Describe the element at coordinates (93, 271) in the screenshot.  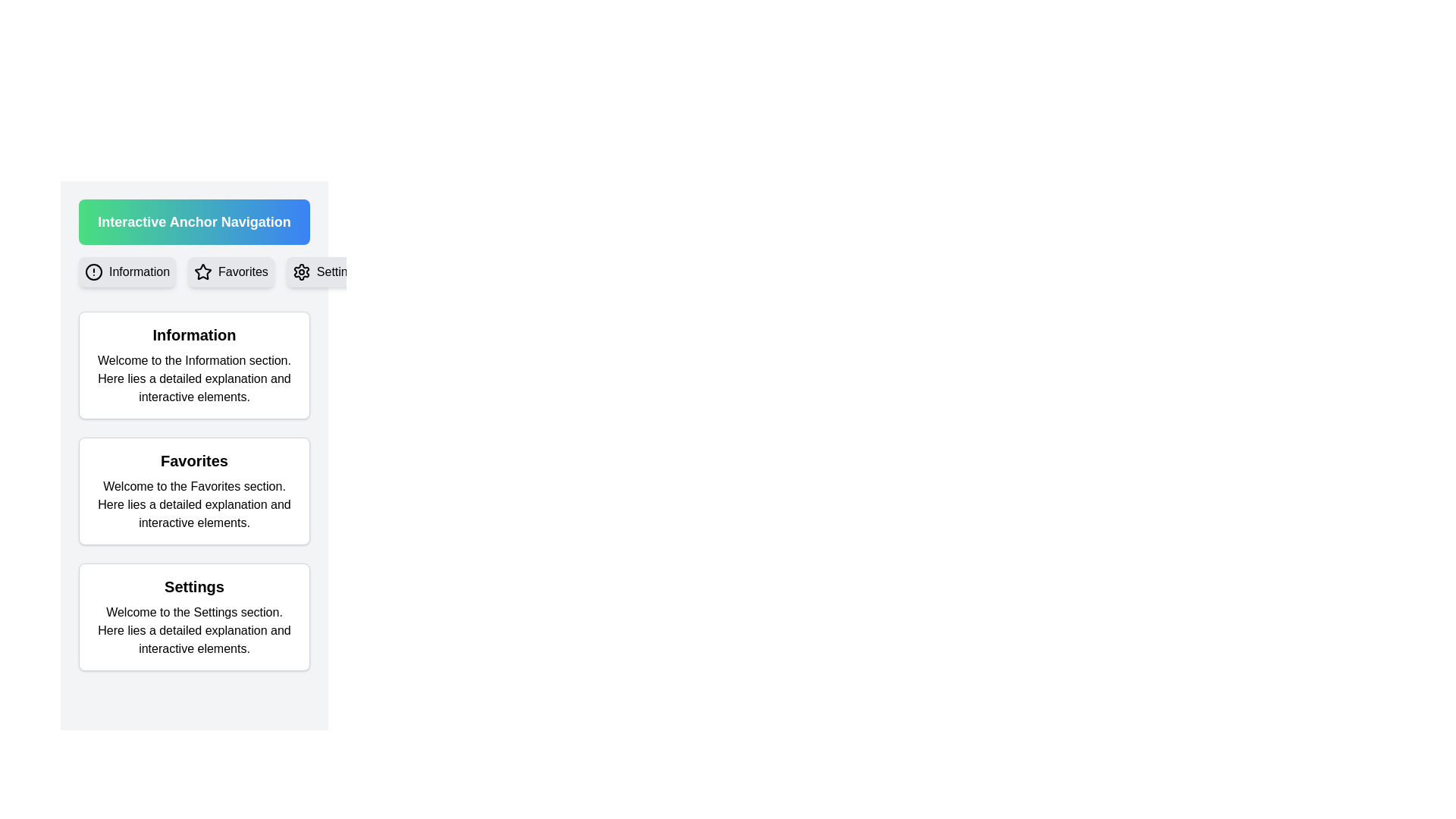
I see `the circular graphic icon with a black border and hollow white interior, located at the top center of the user interface in the navigation section` at that location.